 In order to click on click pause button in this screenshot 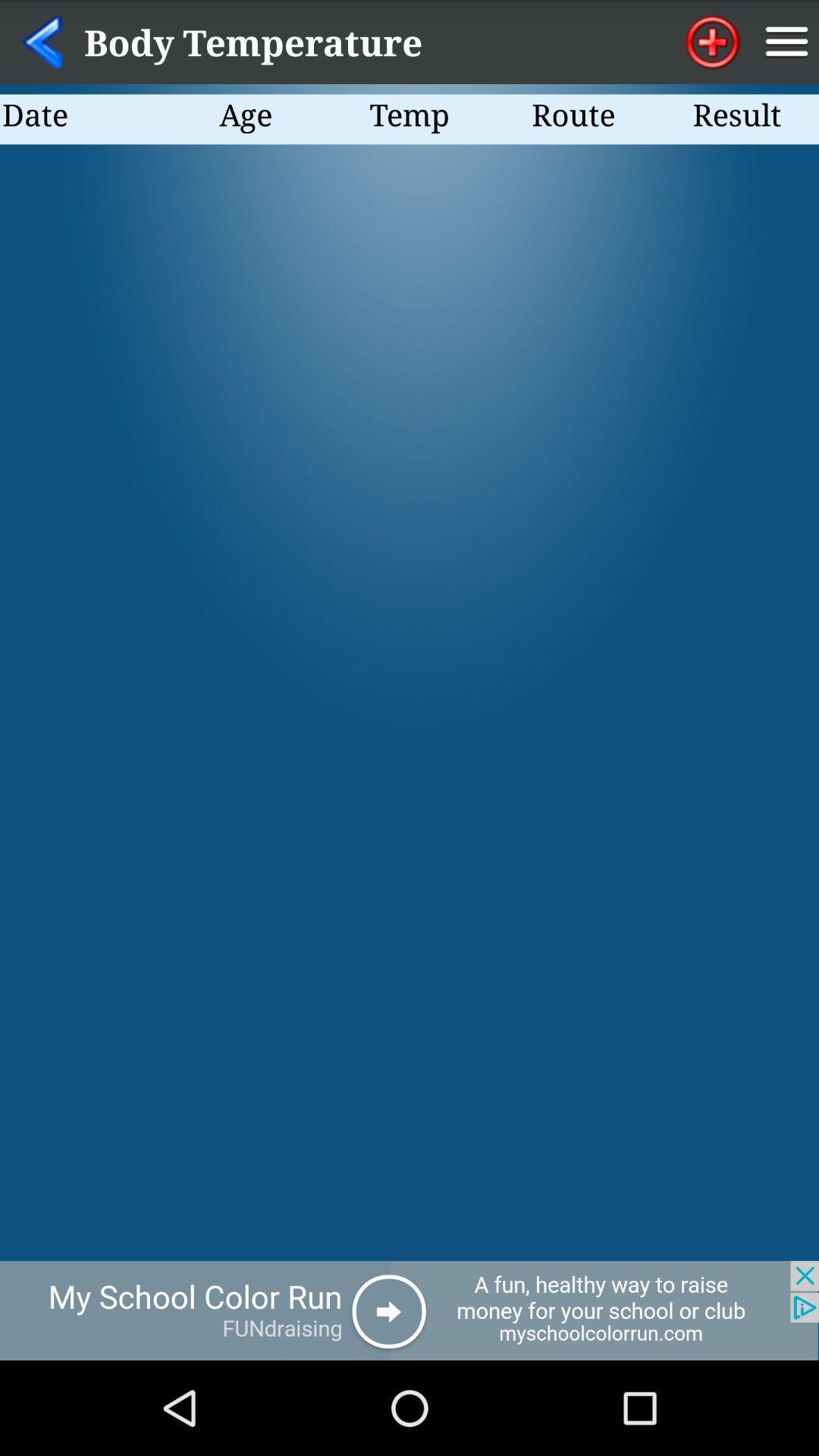, I will do `click(786, 42)`.